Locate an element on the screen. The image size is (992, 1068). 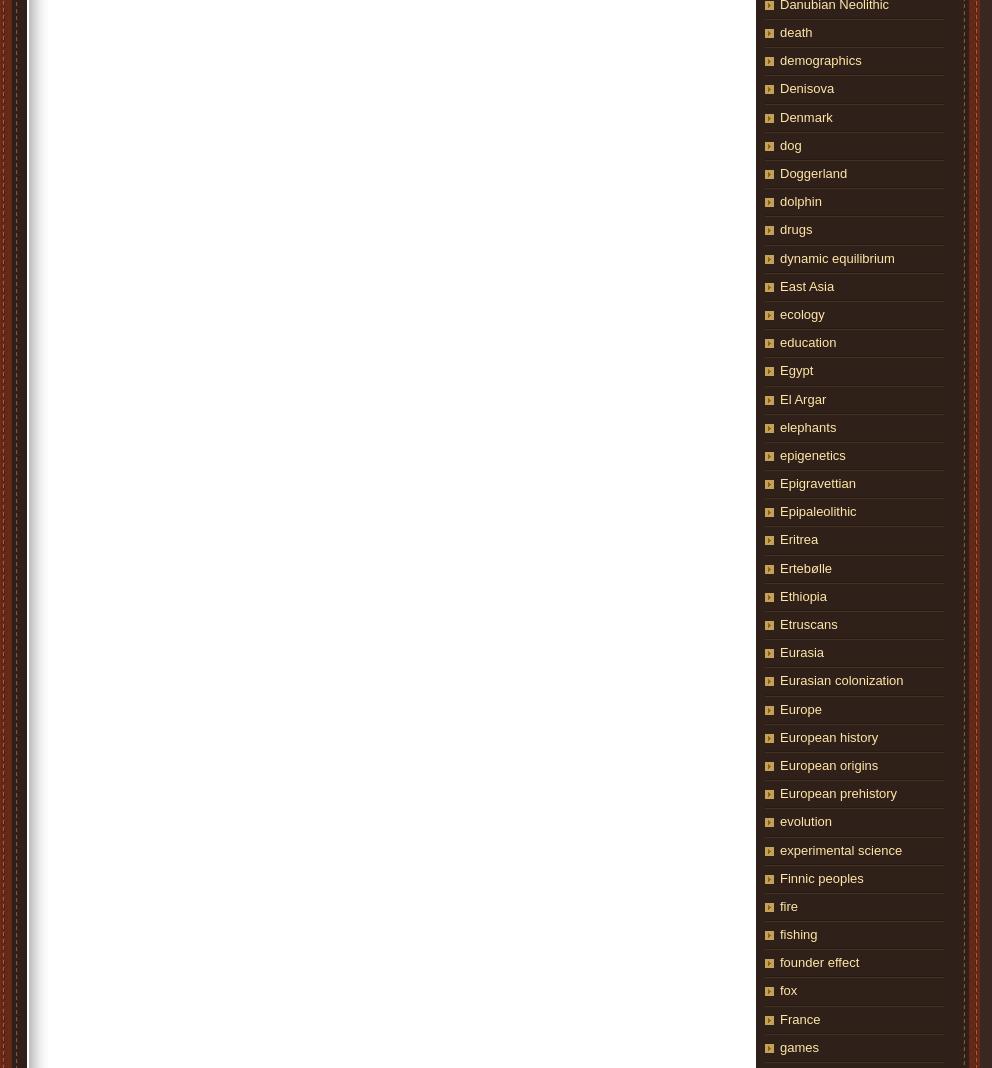
'experimental science' is located at coordinates (779, 848).